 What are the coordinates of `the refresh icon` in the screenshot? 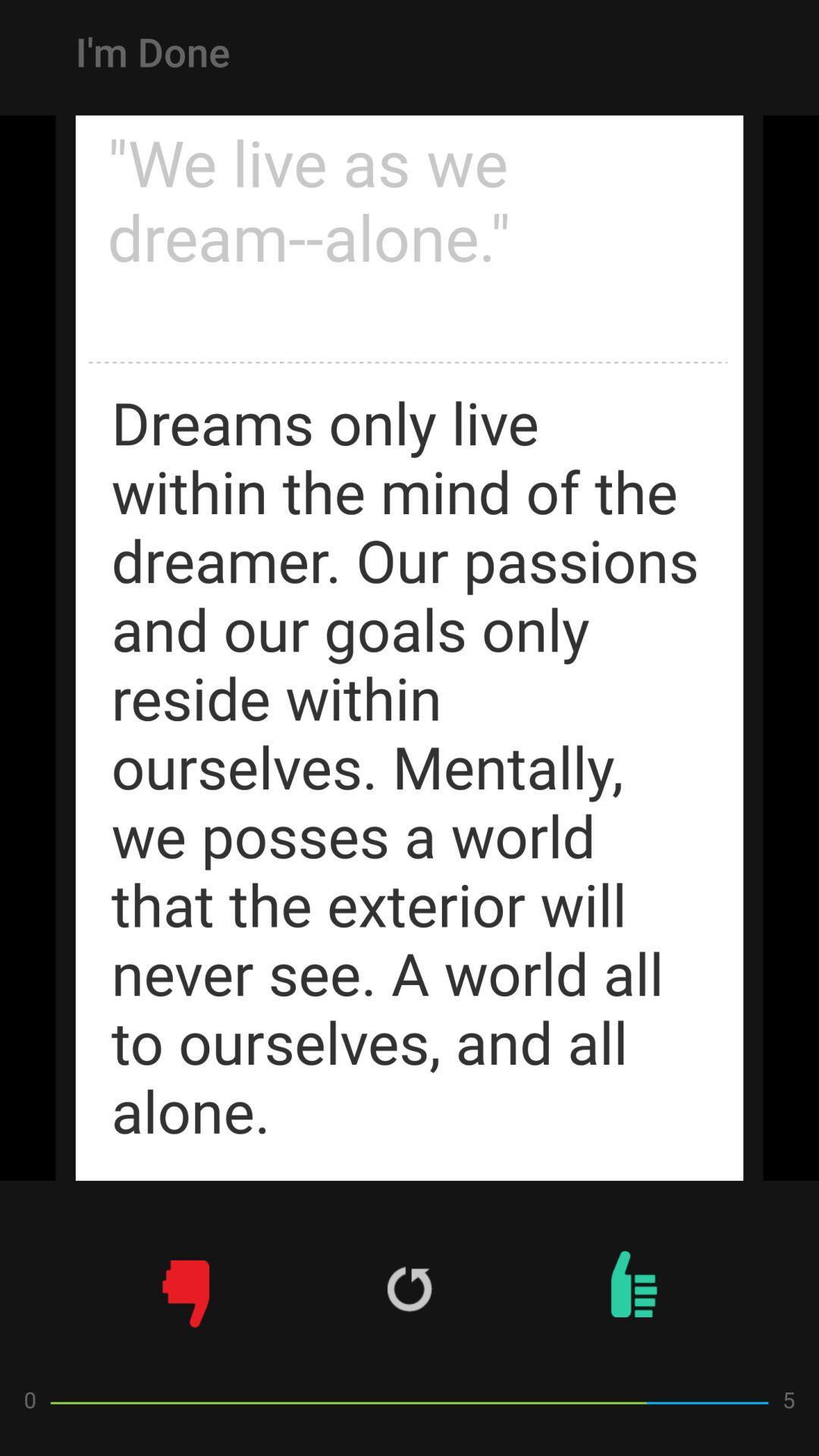 It's located at (409, 1288).